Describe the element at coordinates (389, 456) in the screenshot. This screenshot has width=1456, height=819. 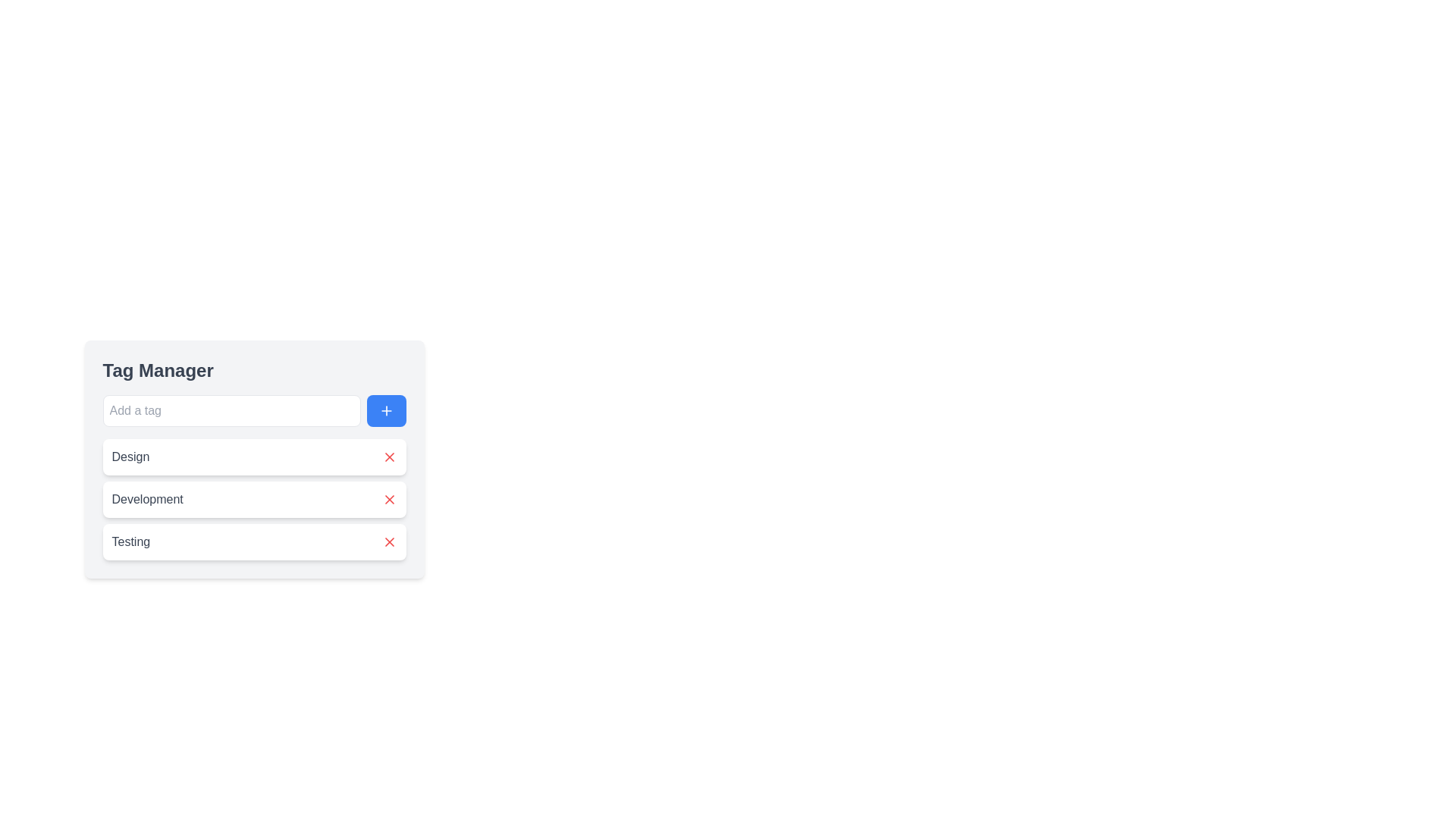
I see `the Icon button located to the right of the 'Design' tag text in the 'Tag Manager' section` at that location.